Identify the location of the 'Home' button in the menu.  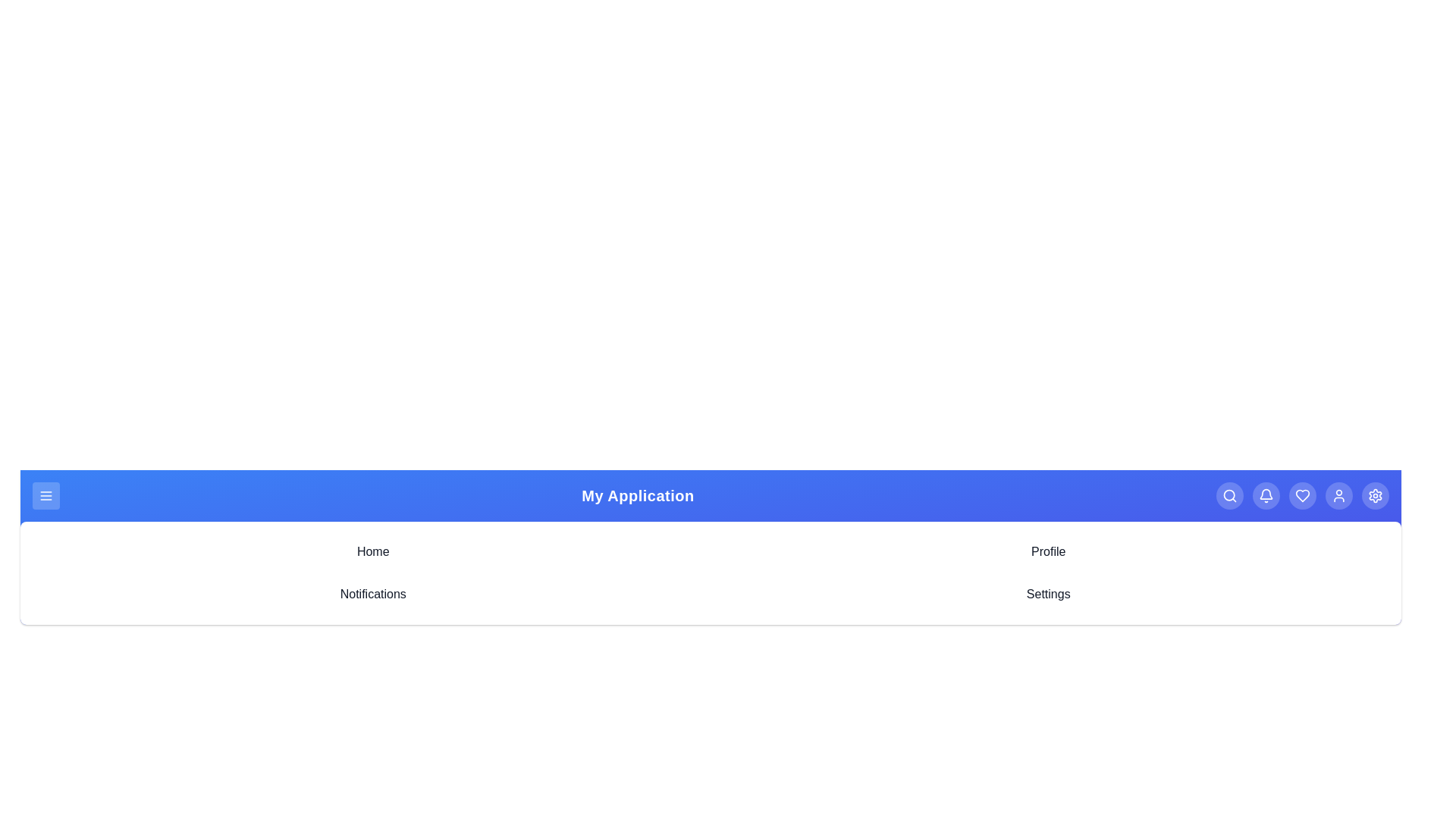
(373, 552).